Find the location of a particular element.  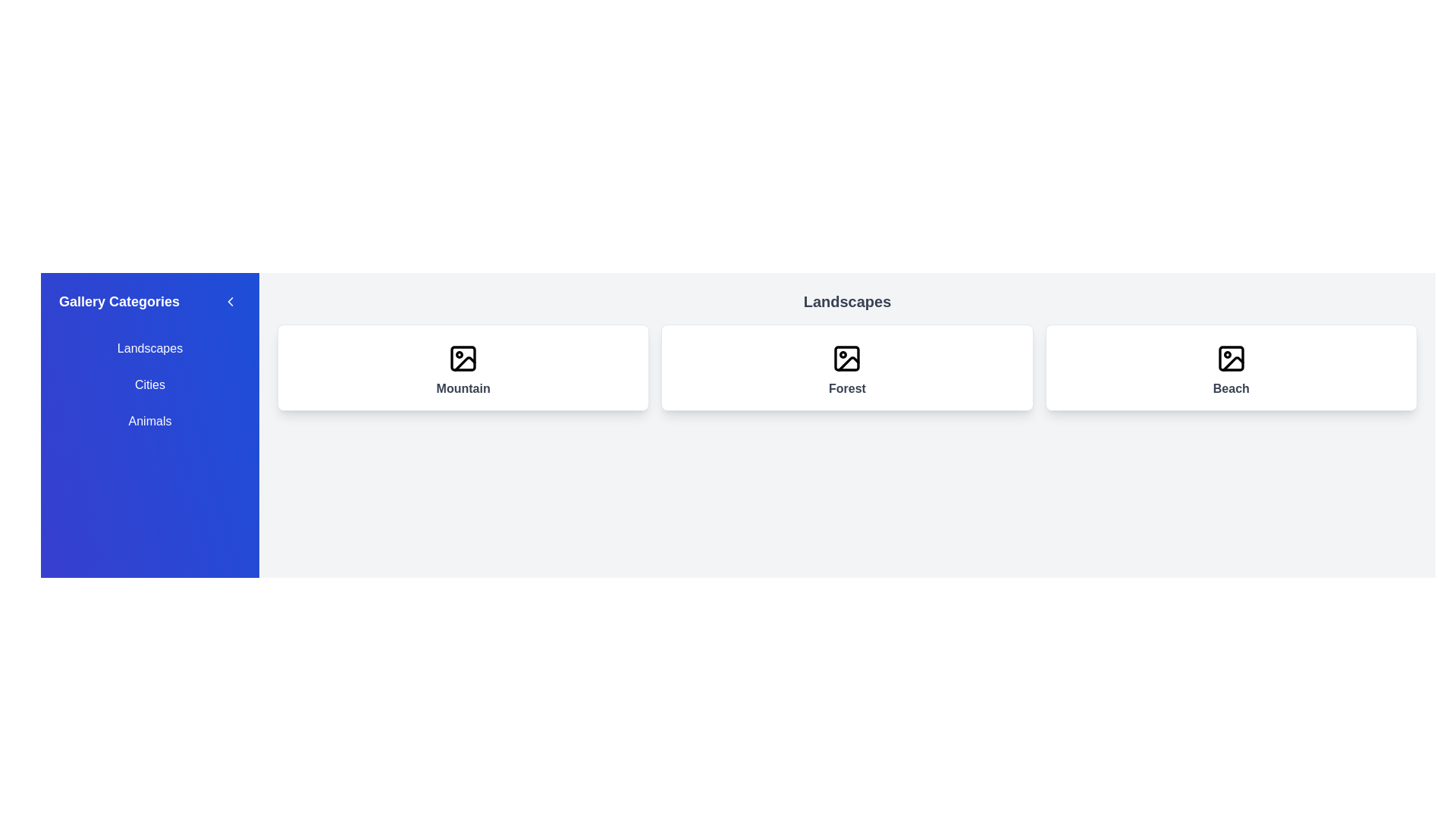

the rectangular shape element with a black border and transparent interior, which serves as the background frame of an image icon in the center card of the 'Landscapes' section is located at coordinates (846, 359).